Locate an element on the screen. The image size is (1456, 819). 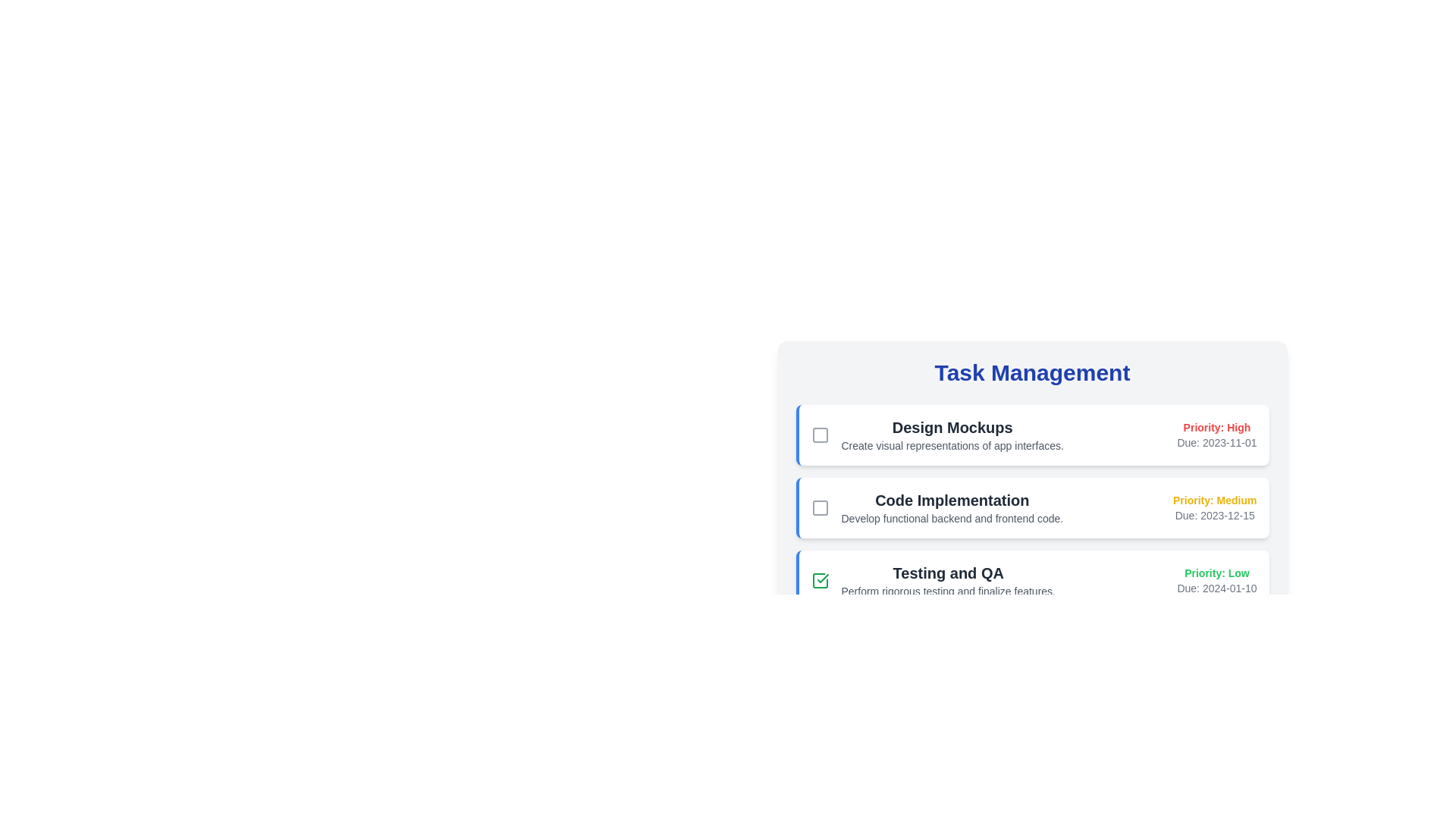
the static text label indicating the due date of the task associated with 'Code Implementation', which is located below the 'Priority: Medium' label is located at coordinates (1215, 514).